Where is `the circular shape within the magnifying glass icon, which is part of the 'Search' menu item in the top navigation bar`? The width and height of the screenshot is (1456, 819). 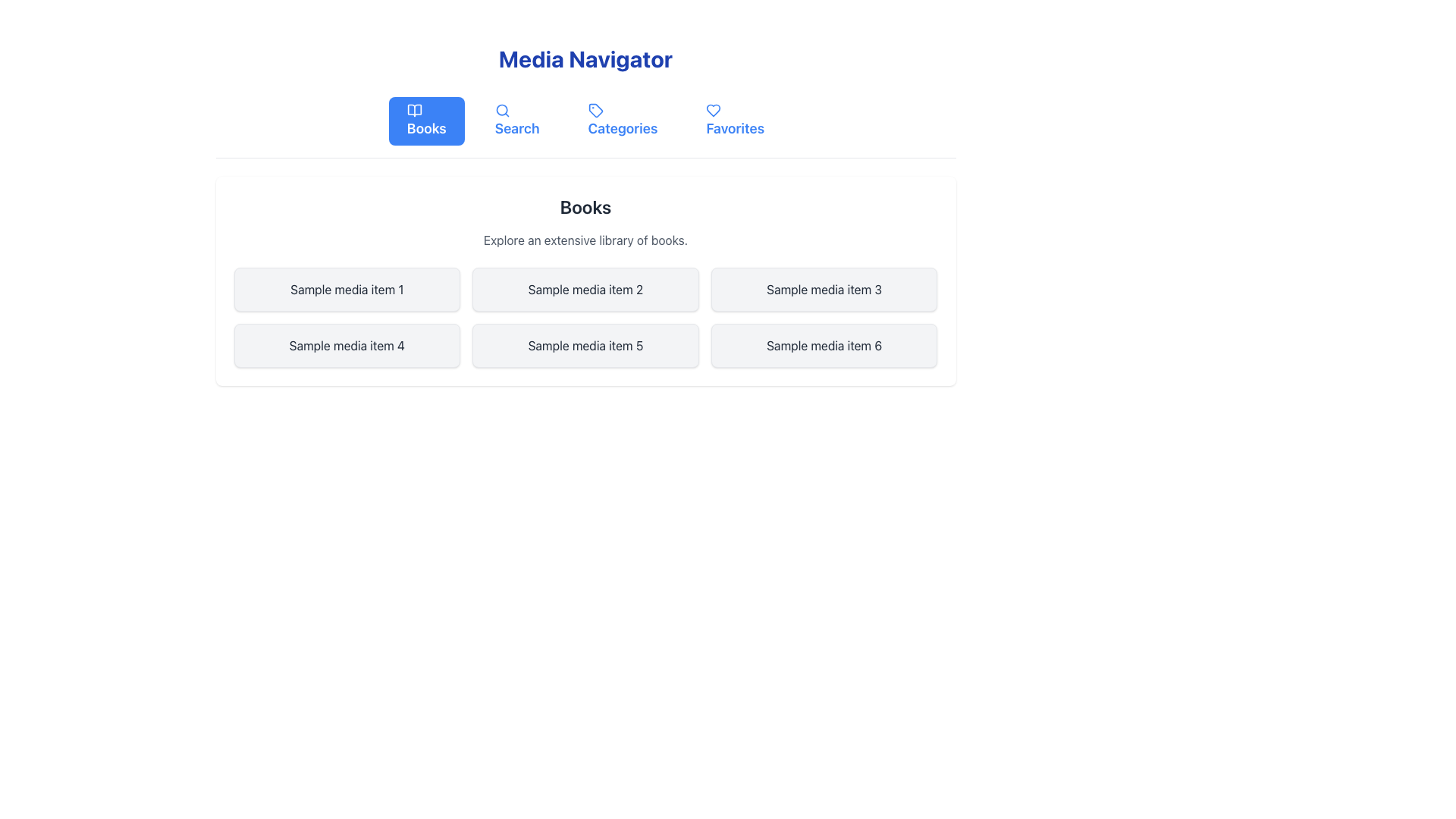
the circular shape within the magnifying glass icon, which is part of the 'Search' menu item in the top navigation bar is located at coordinates (501, 109).